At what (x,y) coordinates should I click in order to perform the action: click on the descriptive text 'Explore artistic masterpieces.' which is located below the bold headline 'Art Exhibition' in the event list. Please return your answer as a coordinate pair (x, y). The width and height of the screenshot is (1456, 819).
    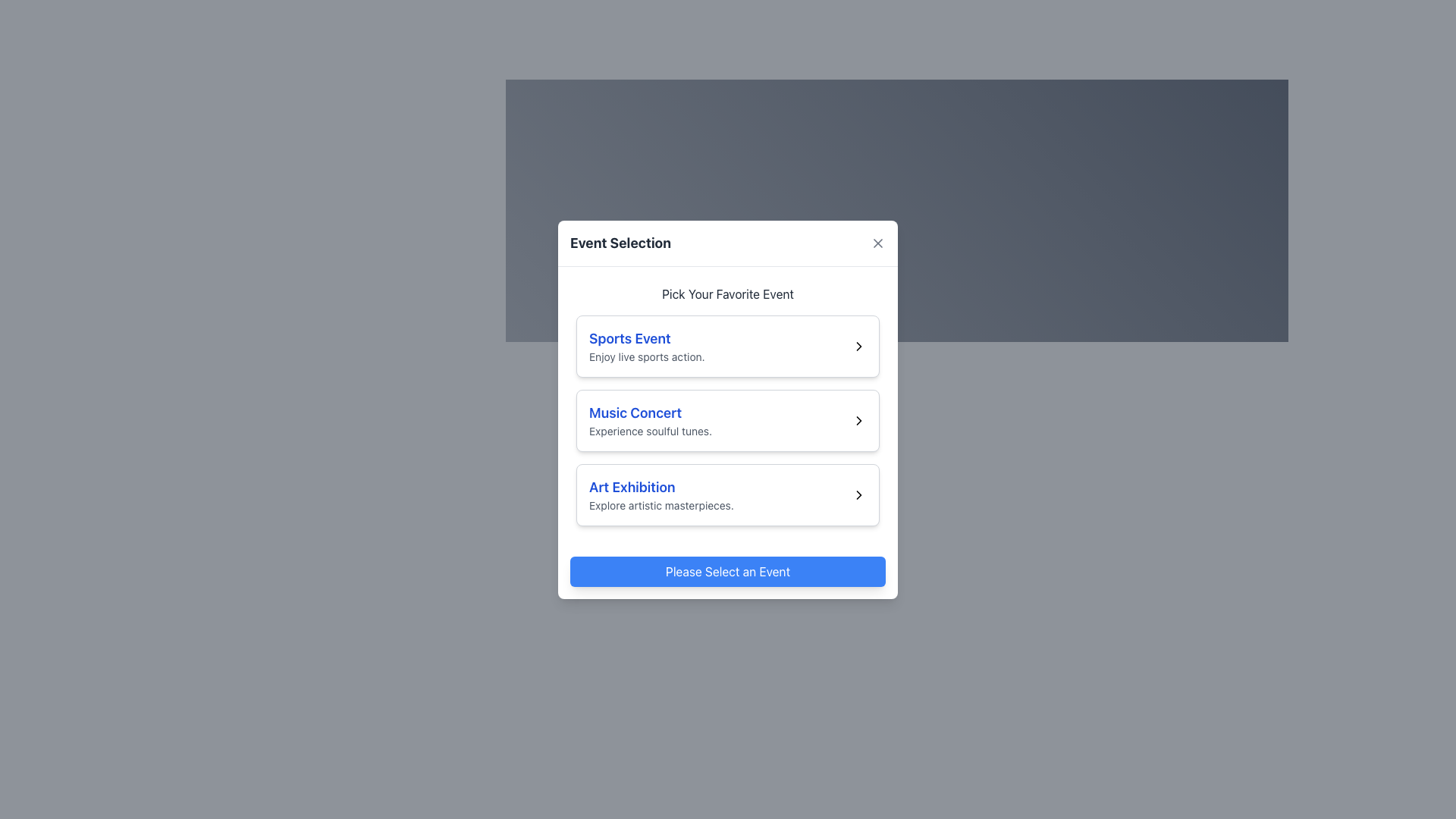
    Looking at the image, I should click on (661, 505).